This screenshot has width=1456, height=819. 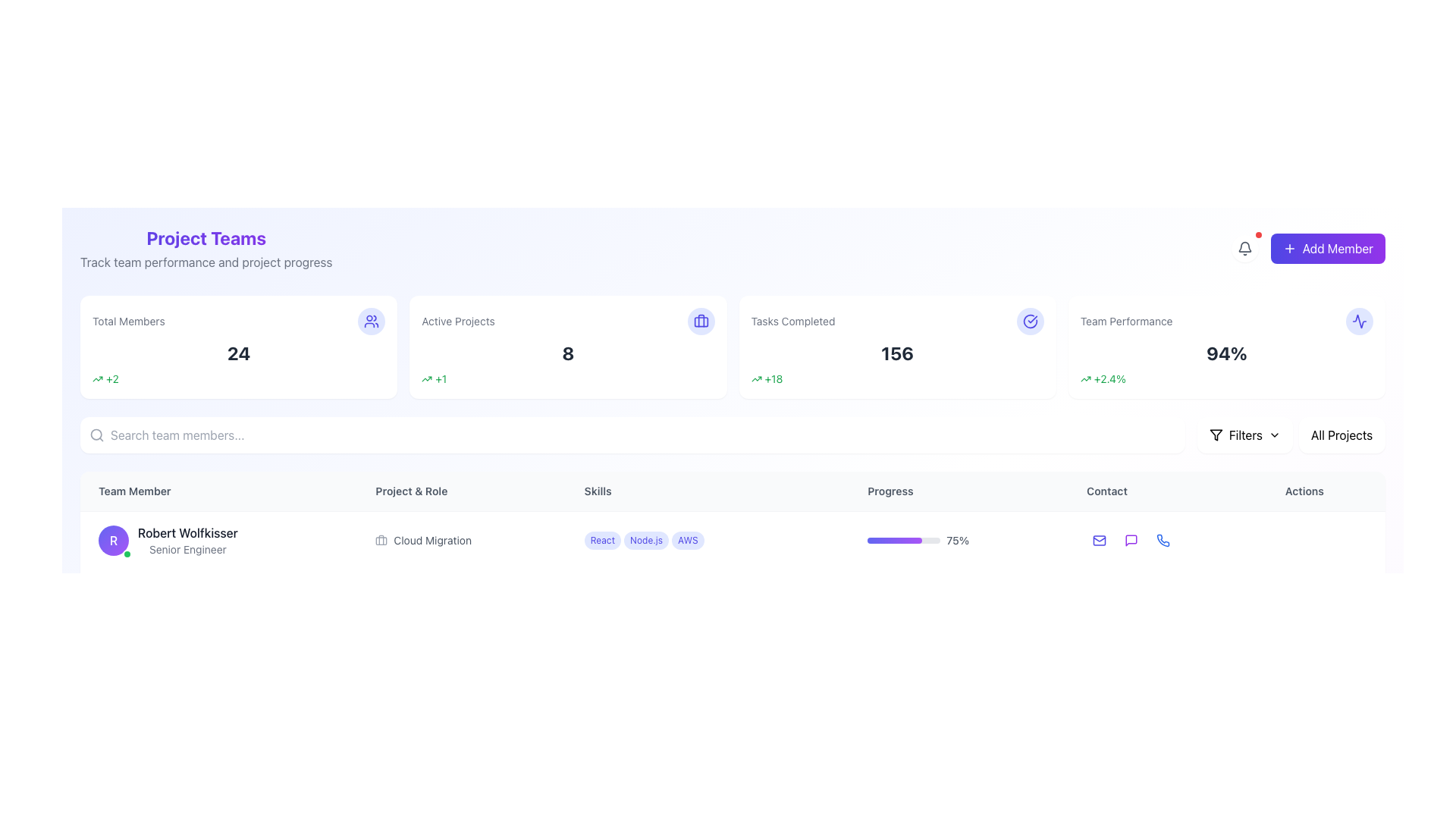 What do you see at coordinates (96, 435) in the screenshot?
I see `the circular search icon located at the left edge of the search bar, which resembles a magnifying glass` at bounding box center [96, 435].